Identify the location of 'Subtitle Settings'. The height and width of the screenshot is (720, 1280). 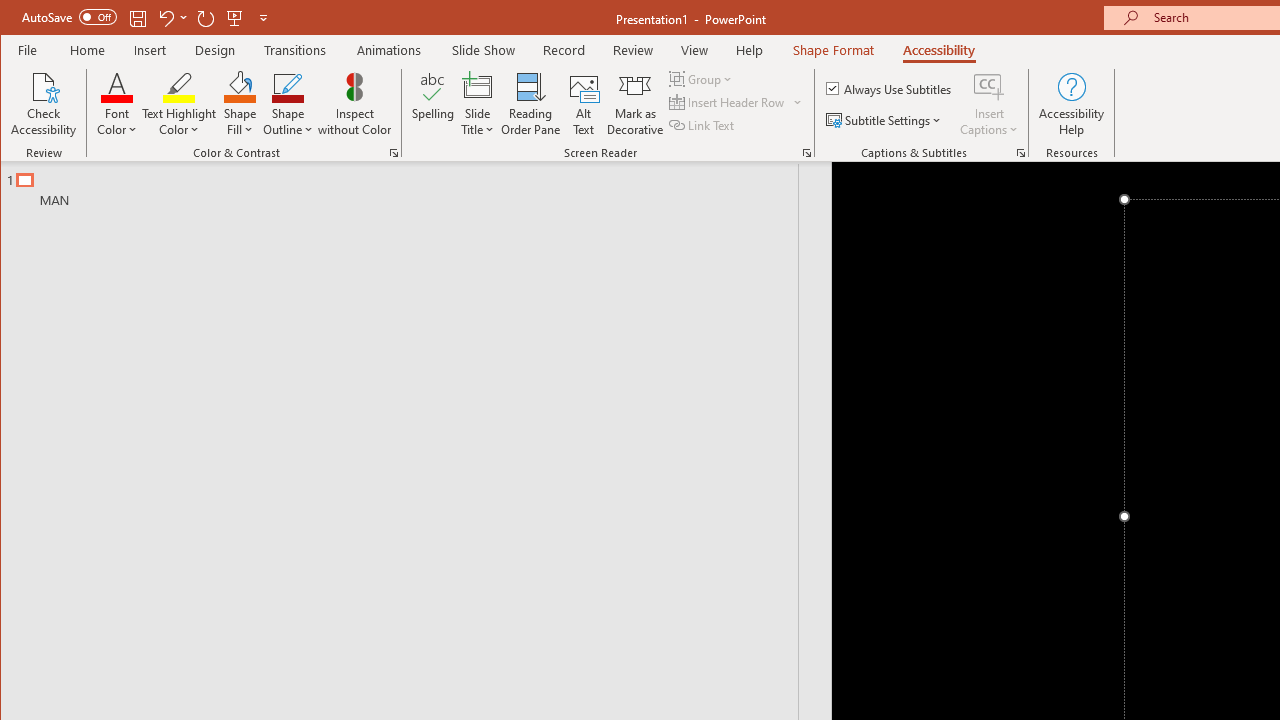
(884, 120).